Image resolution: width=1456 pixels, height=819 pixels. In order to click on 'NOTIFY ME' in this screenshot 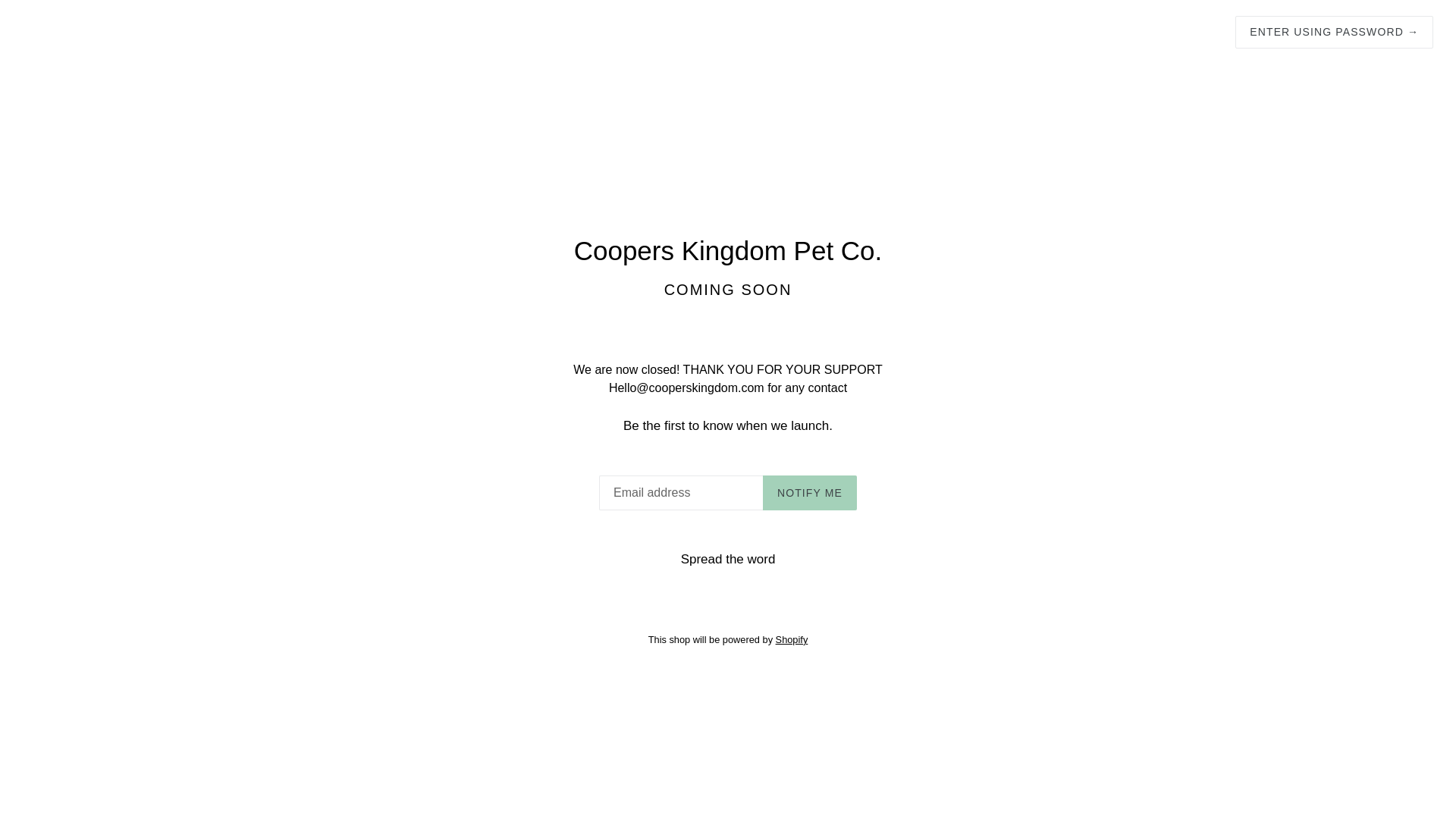, I will do `click(808, 493)`.